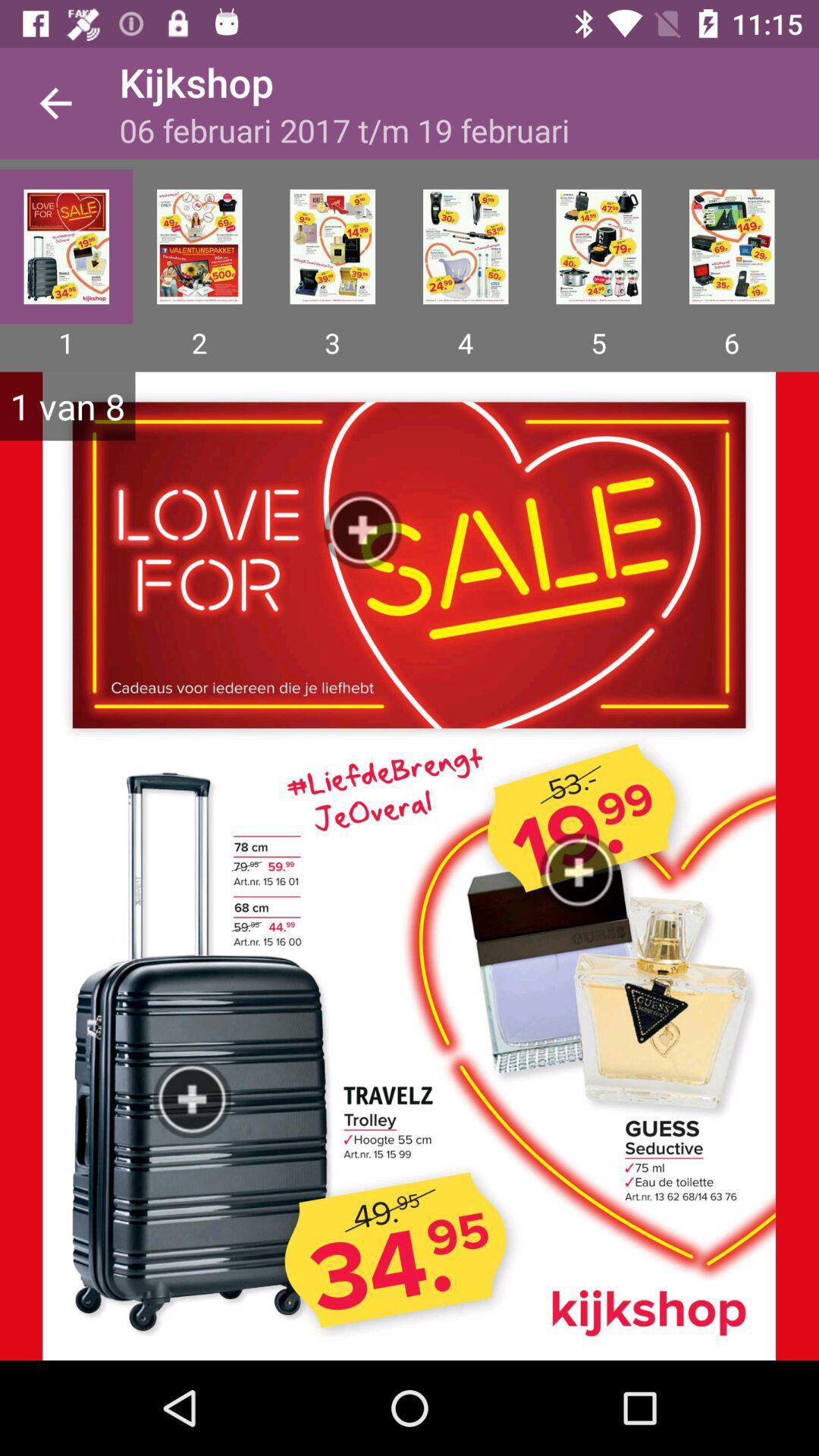 Image resolution: width=819 pixels, height=1456 pixels. I want to click on second page of the offer sale, so click(199, 246).